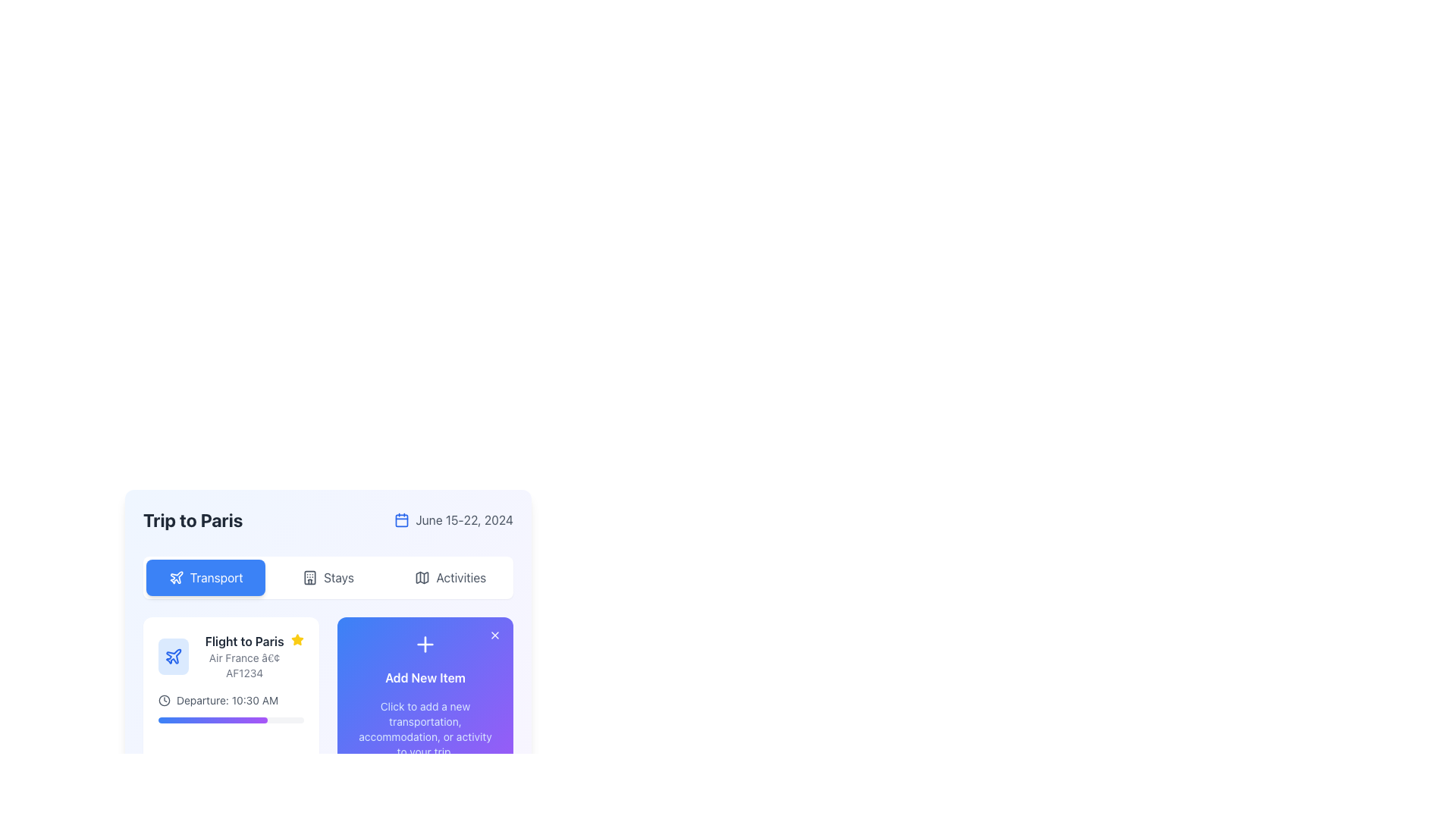 Image resolution: width=1456 pixels, height=819 pixels. Describe the element at coordinates (227, 701) in the screenshot. I see `information displayed in the text label that shows 'Departure: 10:30 AM', which is styled in a small, gray font and is located adjacent to a clock icon` at that location.